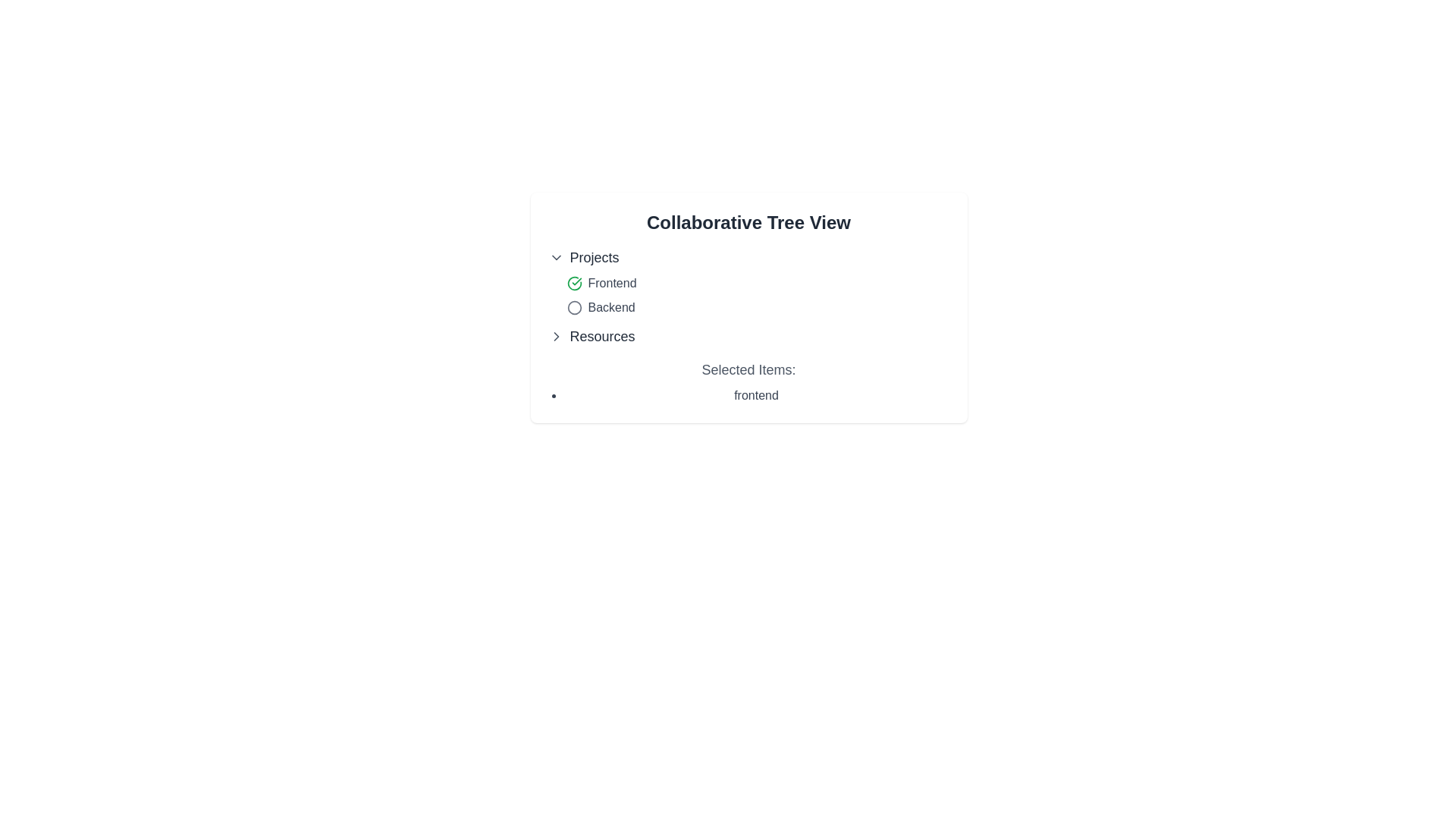 Image resolution: width=1456 pixels, height=819 pixels. What do you see at coordinates (748, 394) in the screenshot?
I see `the list item labeled 'frontend' under the 'Selected Items:' section` at bounding box center [748, 394].